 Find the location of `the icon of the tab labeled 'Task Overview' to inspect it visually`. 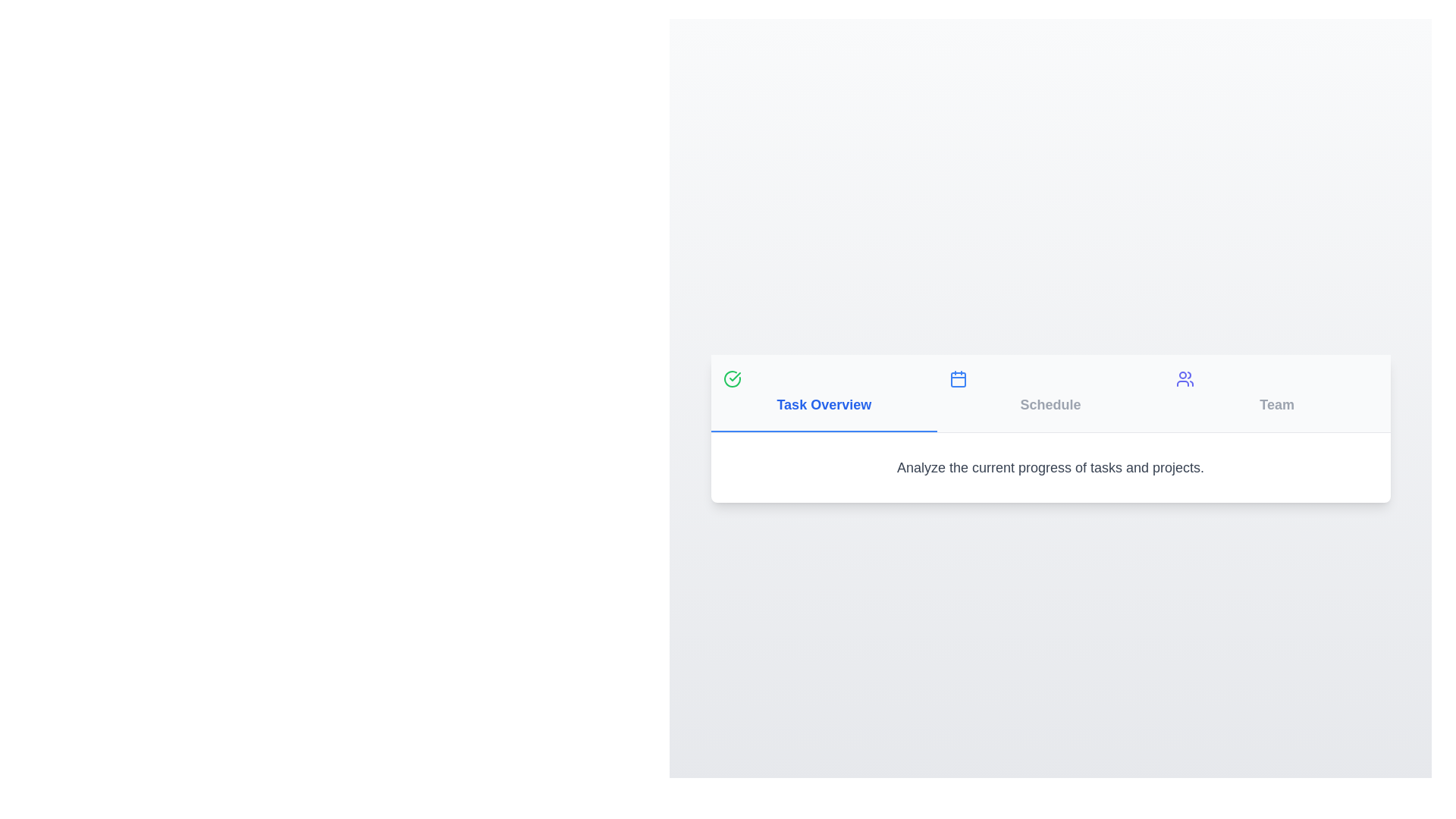

the icon of the tab labeled 'Task Overview' to inspect it visually is located at coordinates (732, 378).